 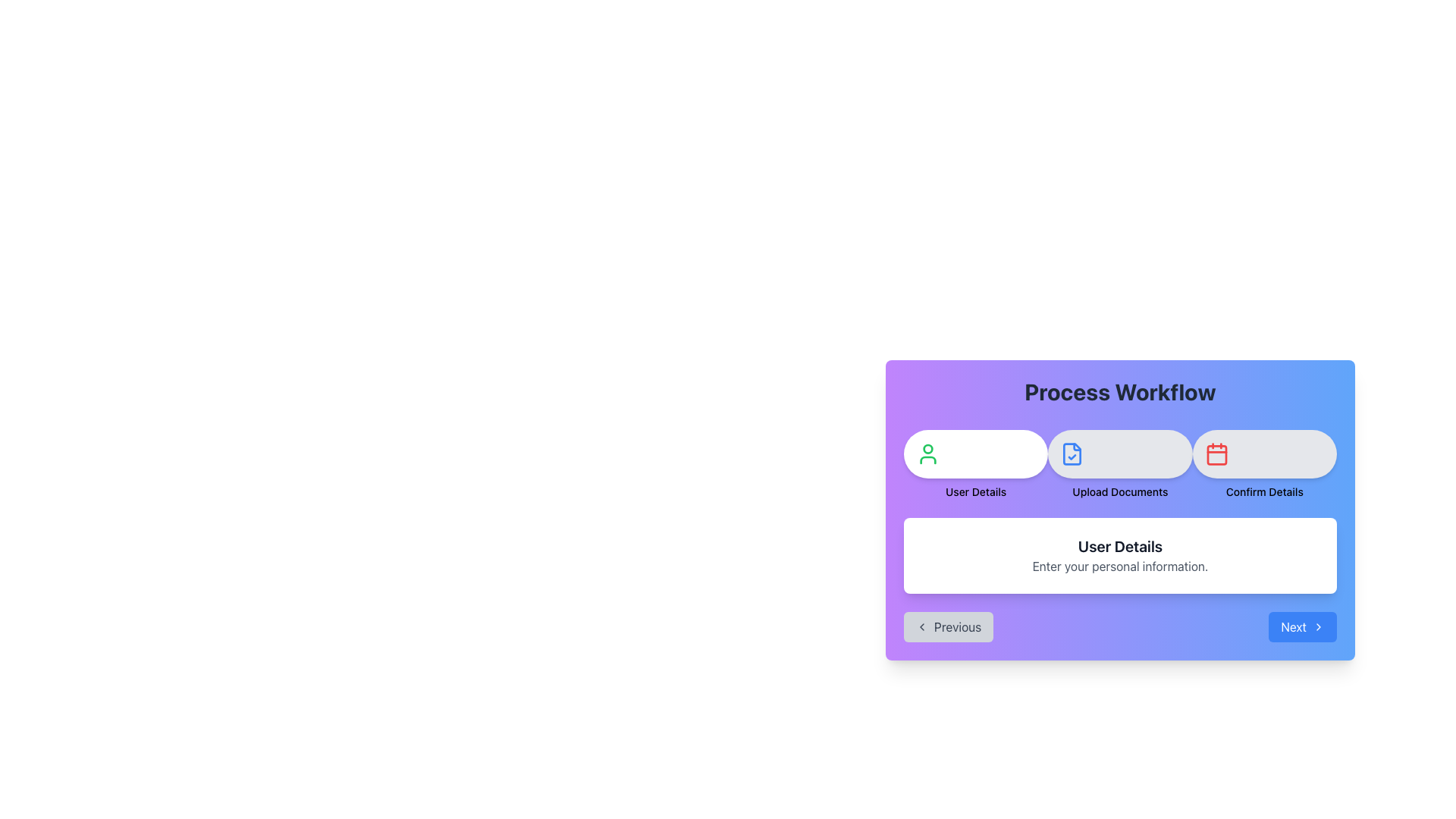 What do you see at coordinates (1120, 391) in the screenshot?
I see `the Text Label that serves as a title or header for the workflow card, positioned at the top center of the card, which provides context about the card's content and function` at bounding box center [1120, 391].